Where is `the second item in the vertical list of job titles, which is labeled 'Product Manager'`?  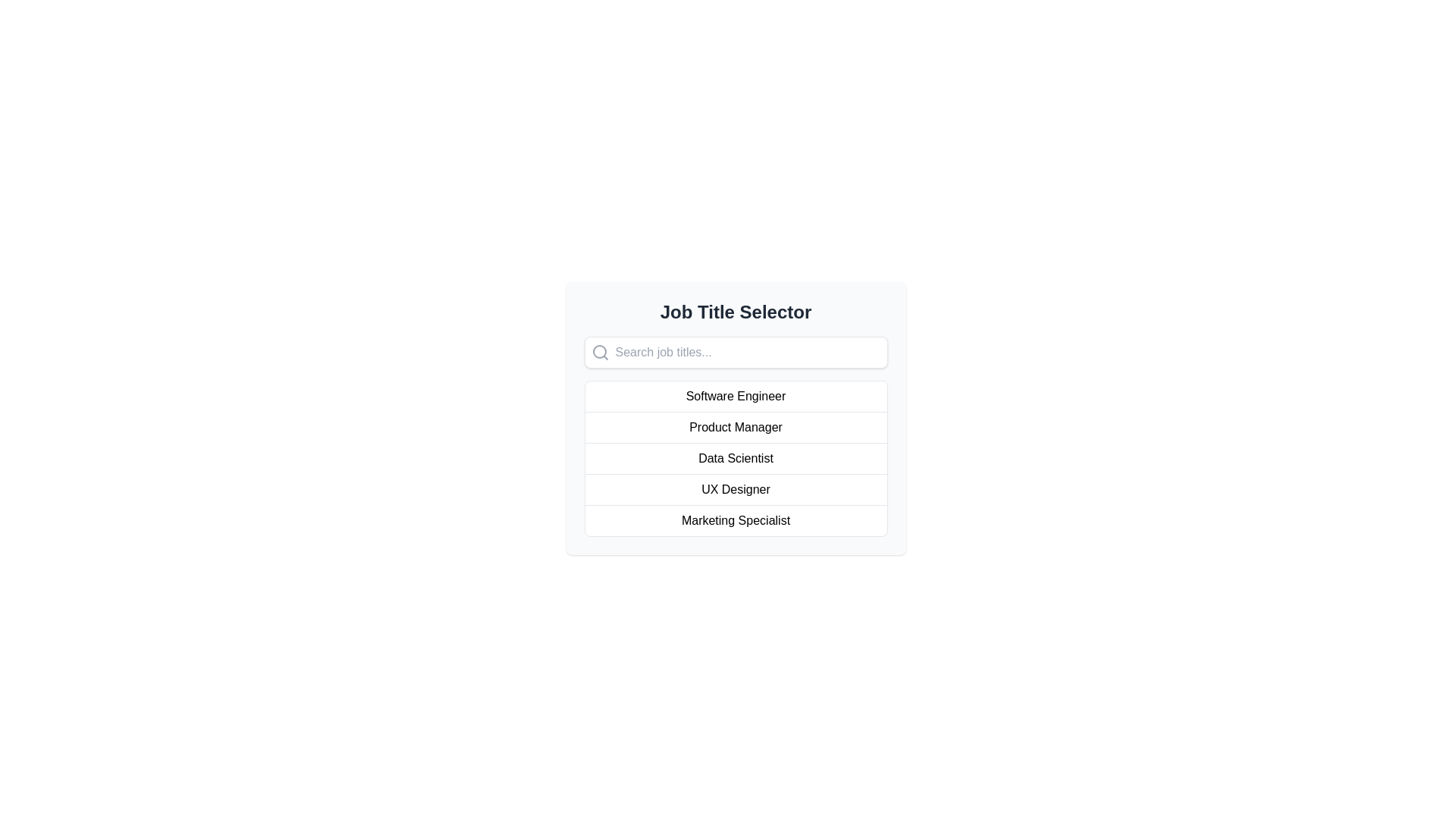 the second item in the vertical list of job titles, which is labeled 'Product Manager' is located at coordinates (736, 418).